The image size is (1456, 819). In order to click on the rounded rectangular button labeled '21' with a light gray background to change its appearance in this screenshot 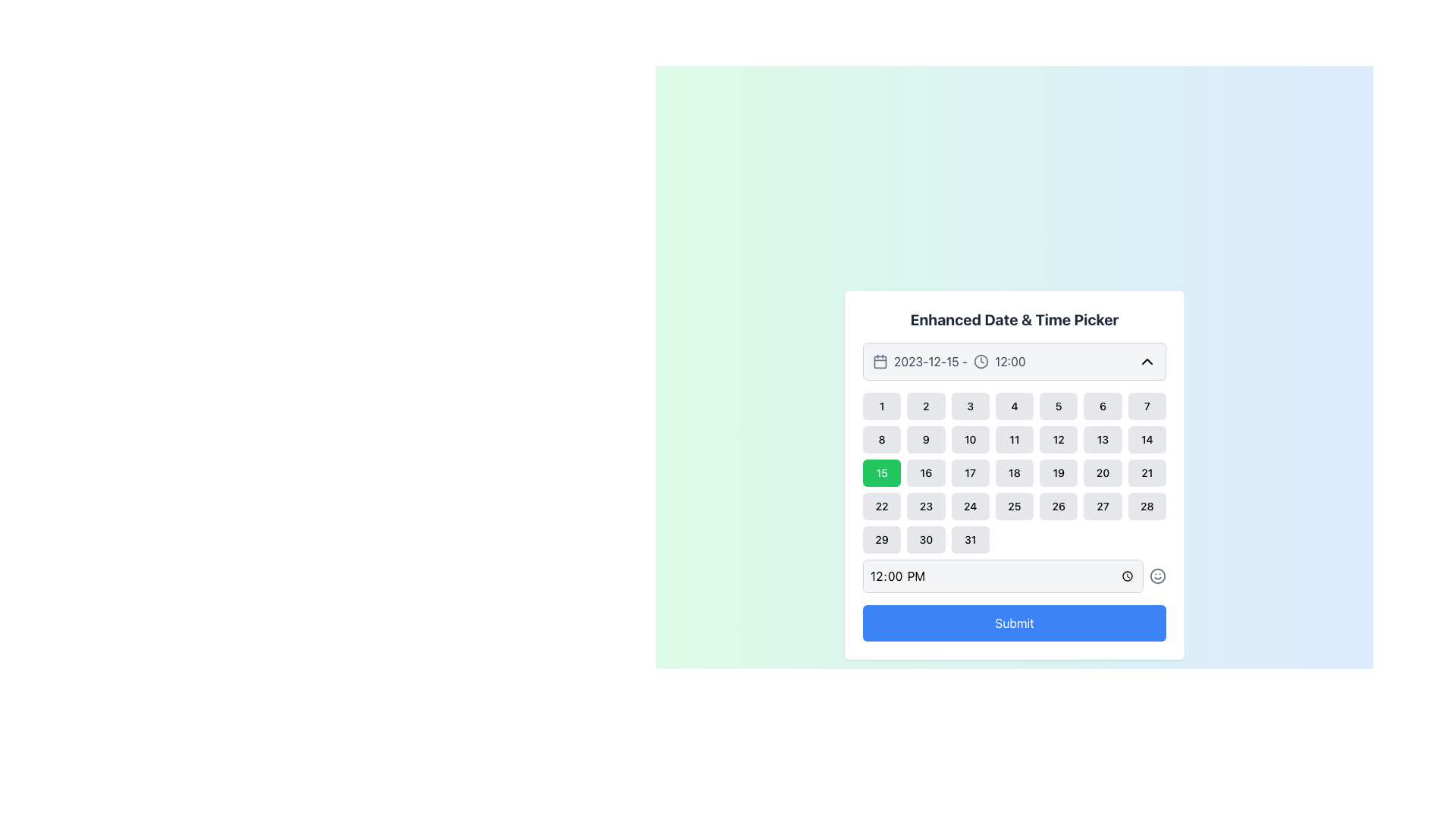, I will do `click(1147, 472)`.